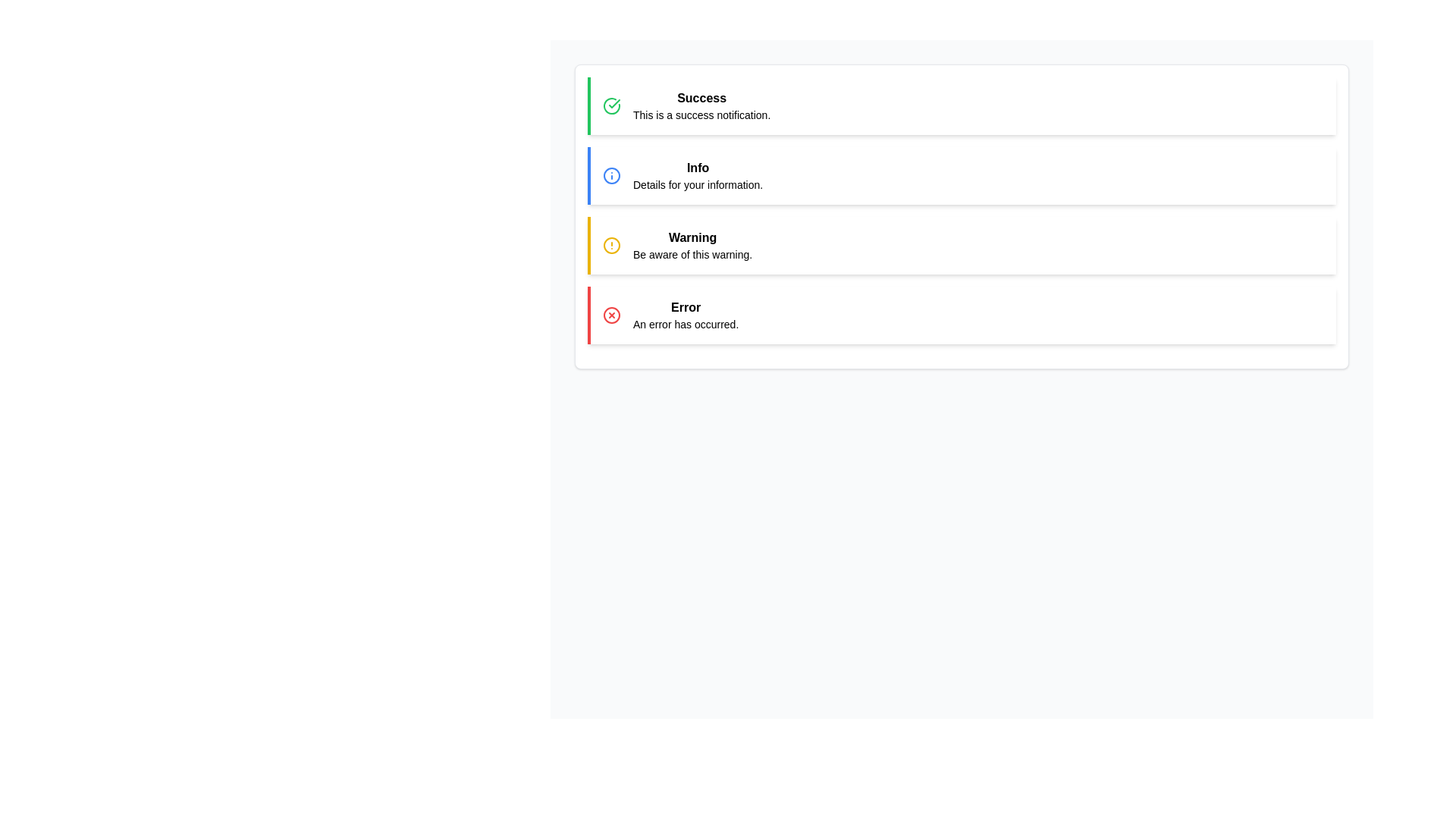  I want to click on the yellow alert icon styled as a circular symbol with an exclamation mark, located to the left of the 'Warning' text in the notification box, so click(611, 245).